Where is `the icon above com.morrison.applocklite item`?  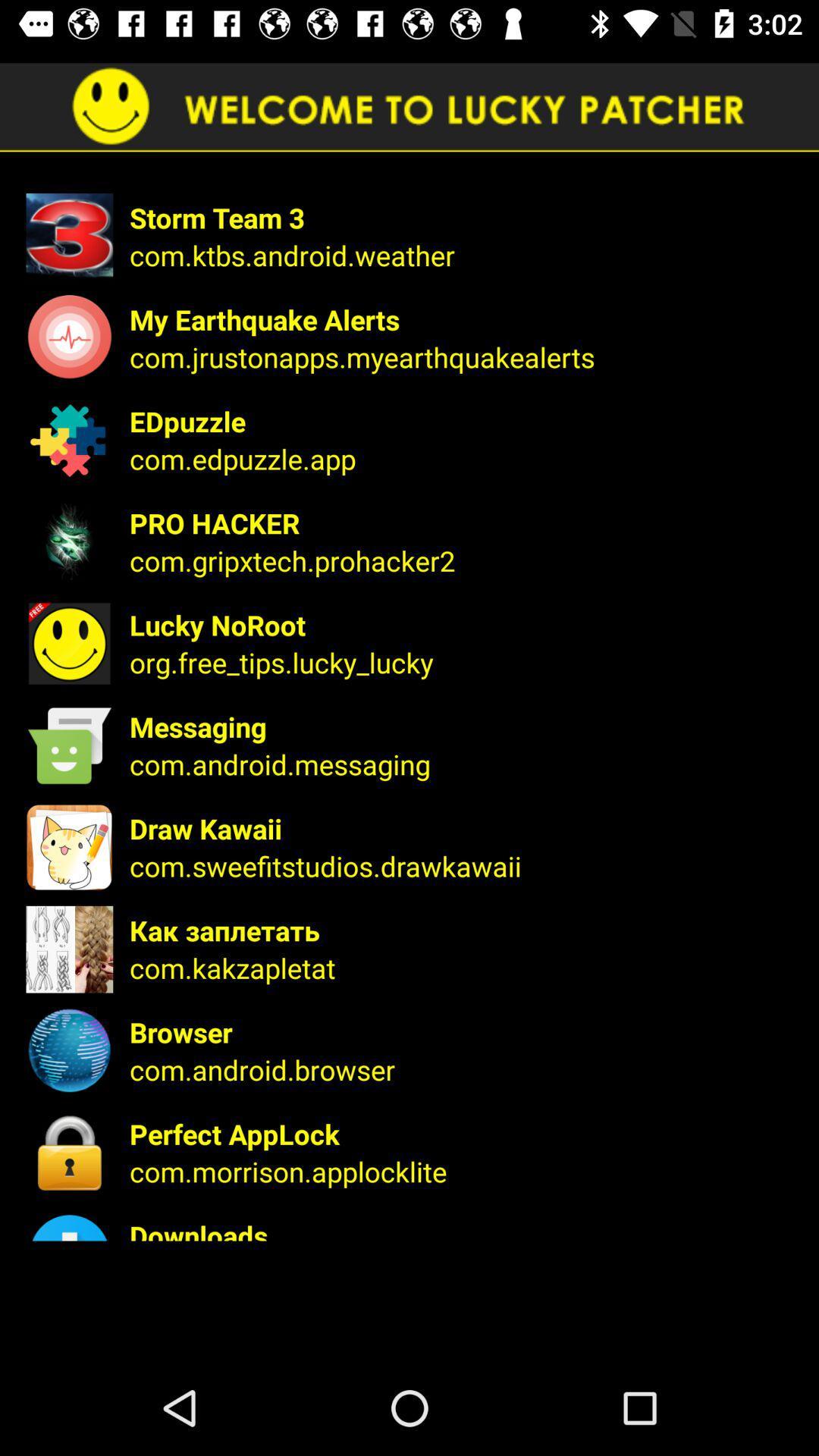
the icon above com.morrison.applocklite item is located at coordinates (463, 1134).